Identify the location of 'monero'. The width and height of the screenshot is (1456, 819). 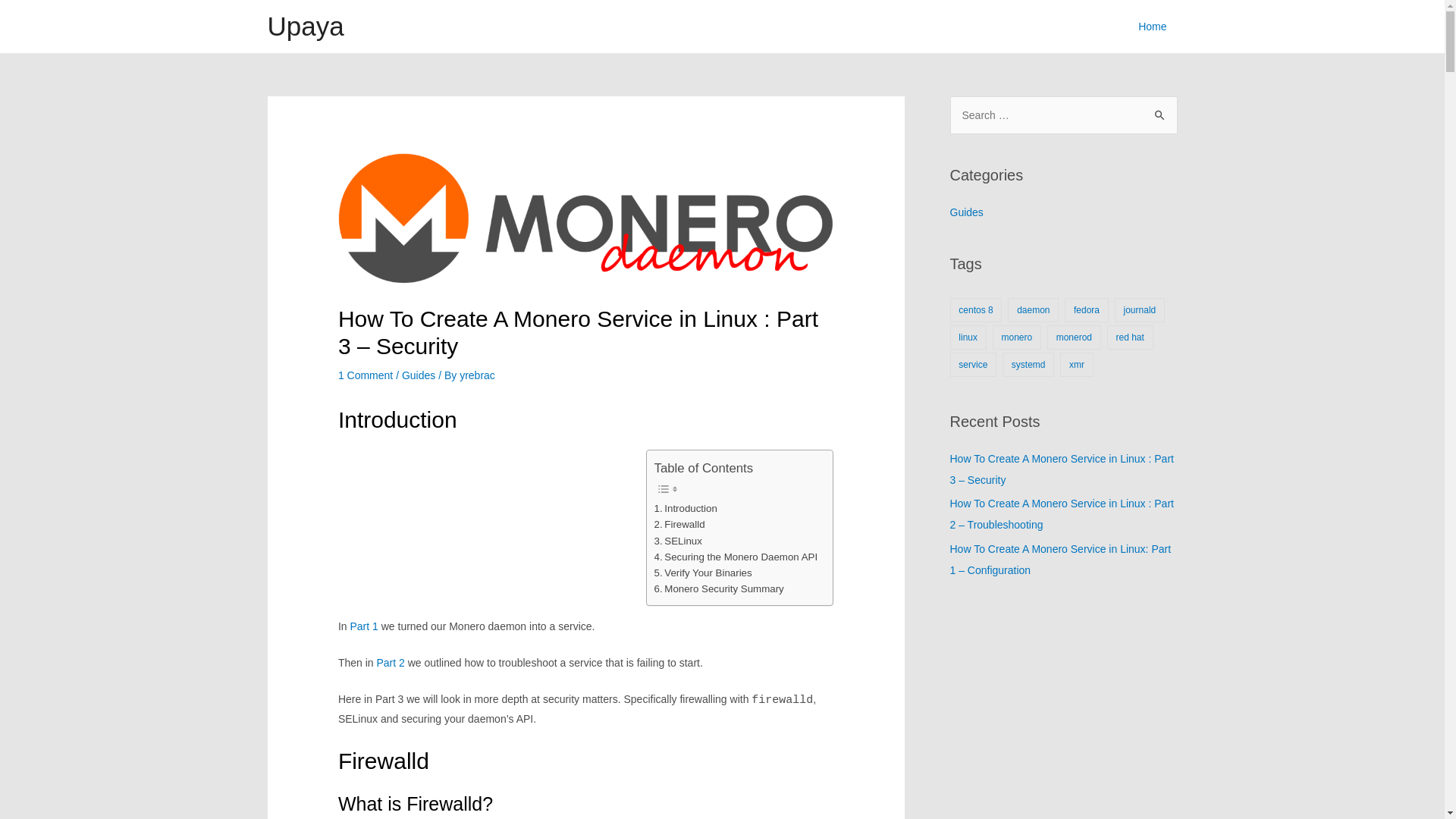
(1016, 336).